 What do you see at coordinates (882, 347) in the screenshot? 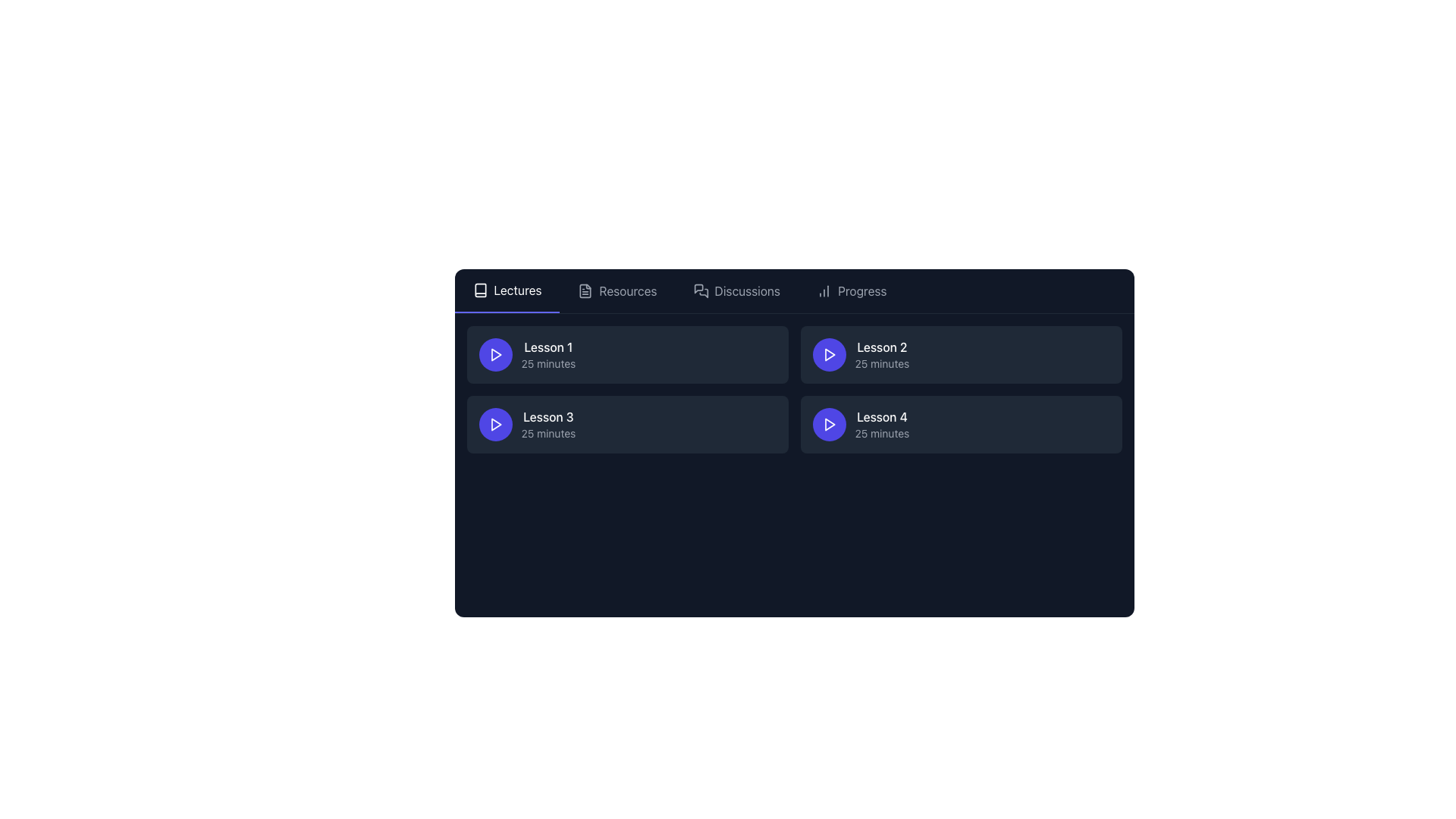
I see `the Text label that identifies 'Lesson 2' in the top-right section of the lesson grid` at bounding box center [882, 347].